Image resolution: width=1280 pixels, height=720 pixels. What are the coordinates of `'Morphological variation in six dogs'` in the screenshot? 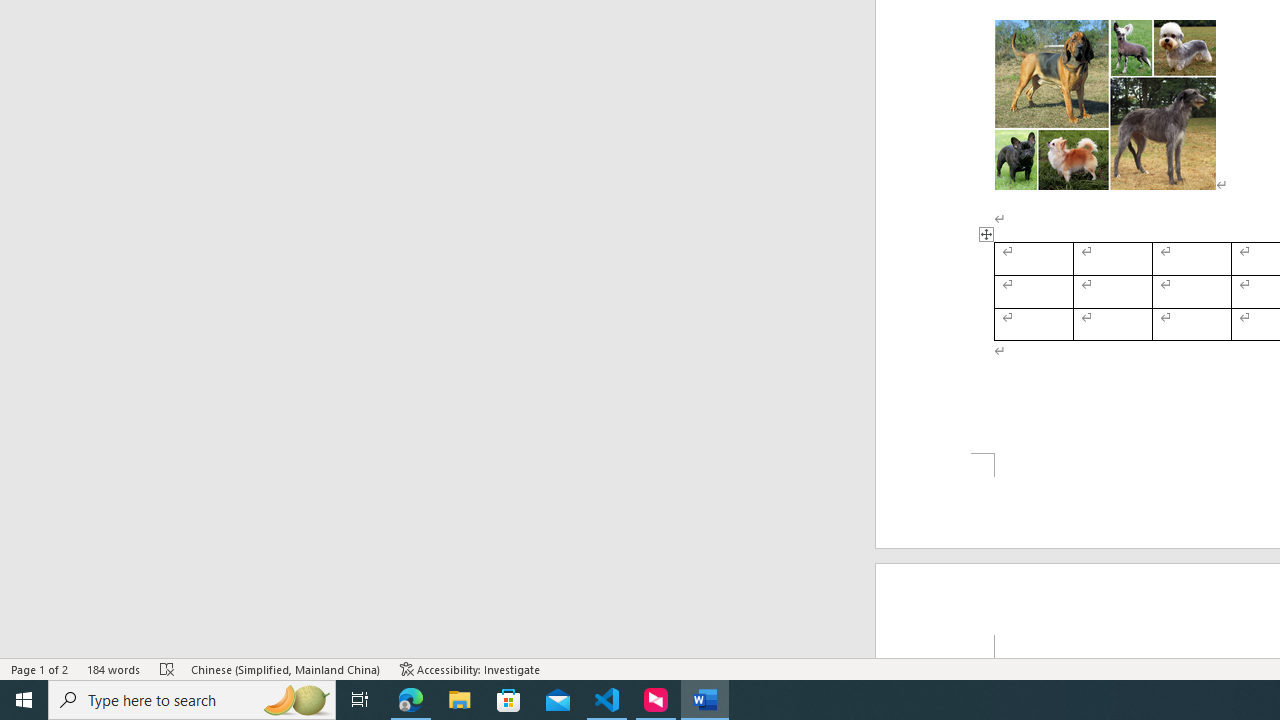 It's located at (1104, 105).